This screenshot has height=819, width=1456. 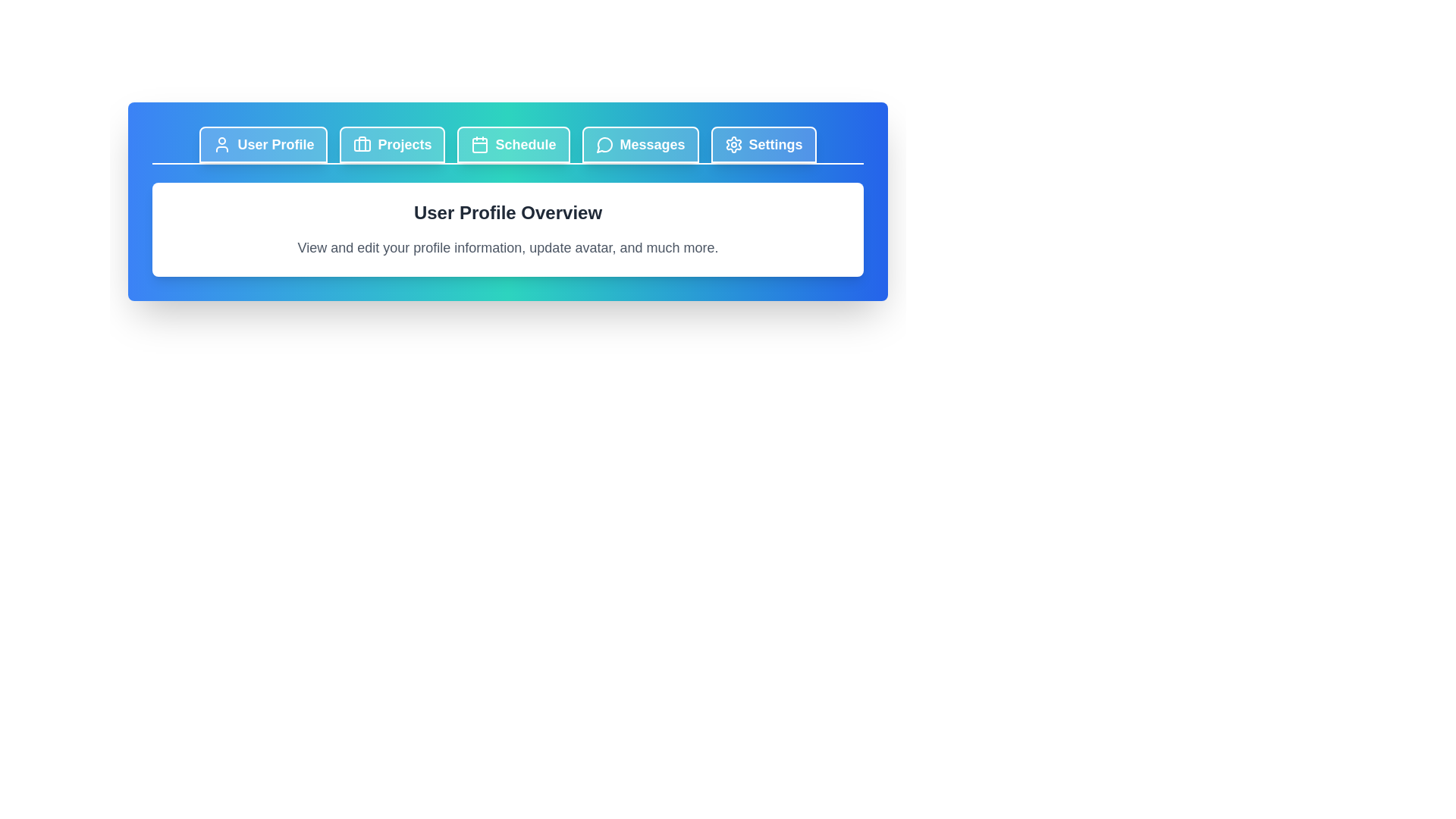 What do you see at coordinates (604, 145) in the screenshot?
I see `the speech bubble icon located to the left of the 'Messages' text in the top center navigation bar` at bounding box center [604, 145].